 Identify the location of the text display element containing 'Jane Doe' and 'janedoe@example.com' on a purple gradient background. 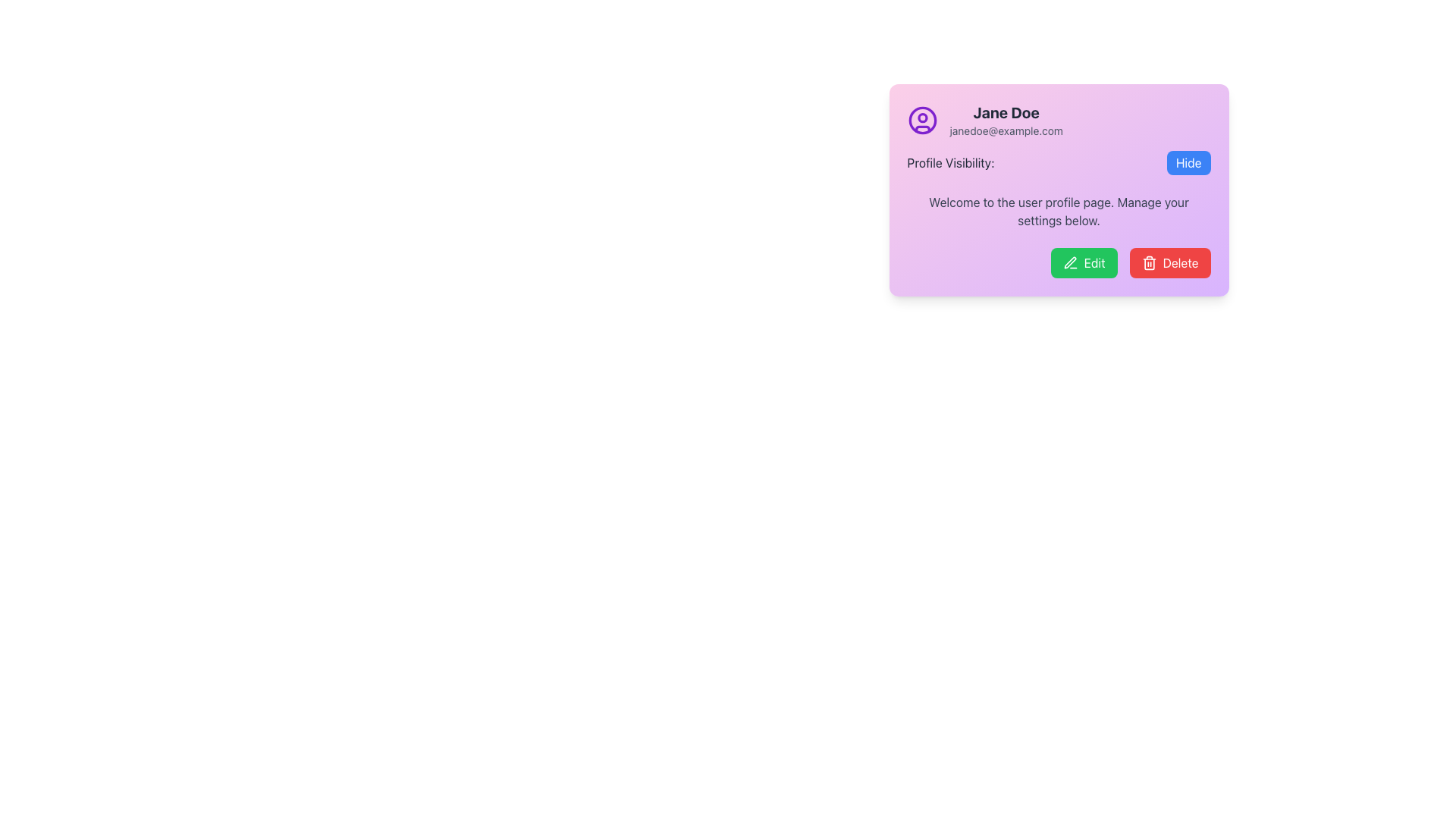
(1006, 119).